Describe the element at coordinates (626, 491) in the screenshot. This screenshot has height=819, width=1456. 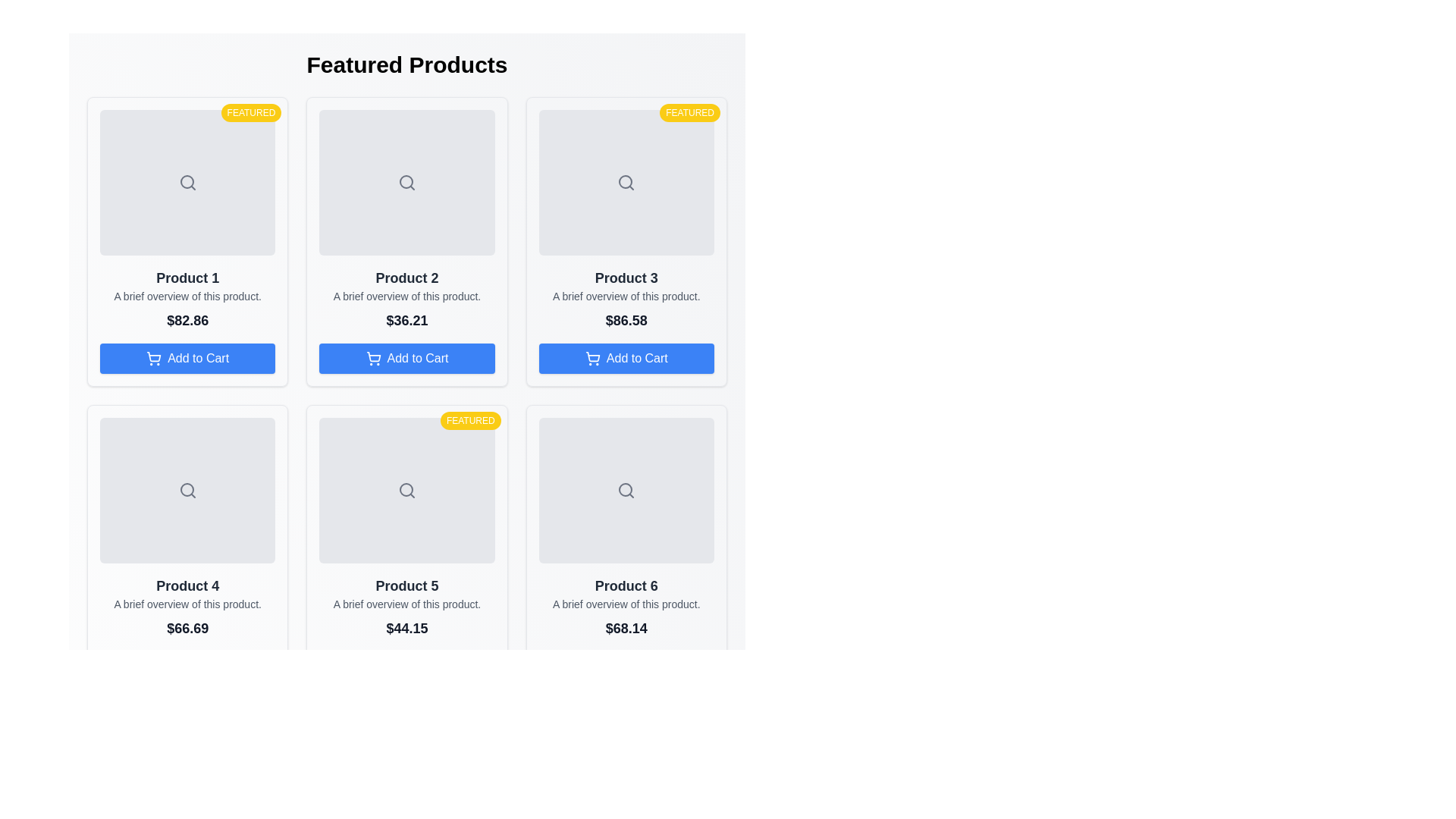
I see `the magnifying glass icon located in the sixth product card of the second row, which is centered within a light gray background box` at that location.